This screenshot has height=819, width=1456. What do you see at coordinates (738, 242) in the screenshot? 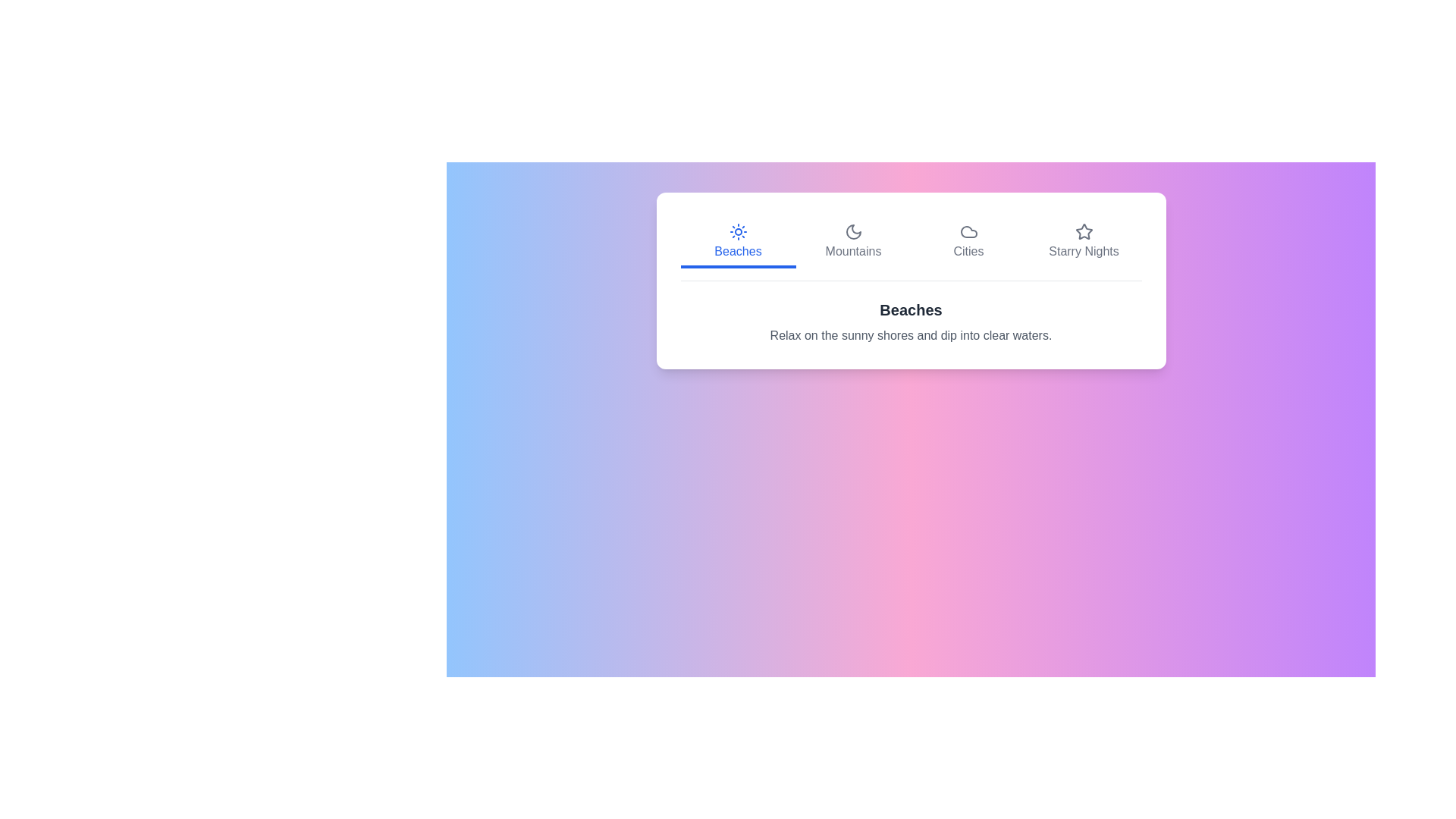
I see `the category Beaches by clicking its button` at bounding box center [738, 242].